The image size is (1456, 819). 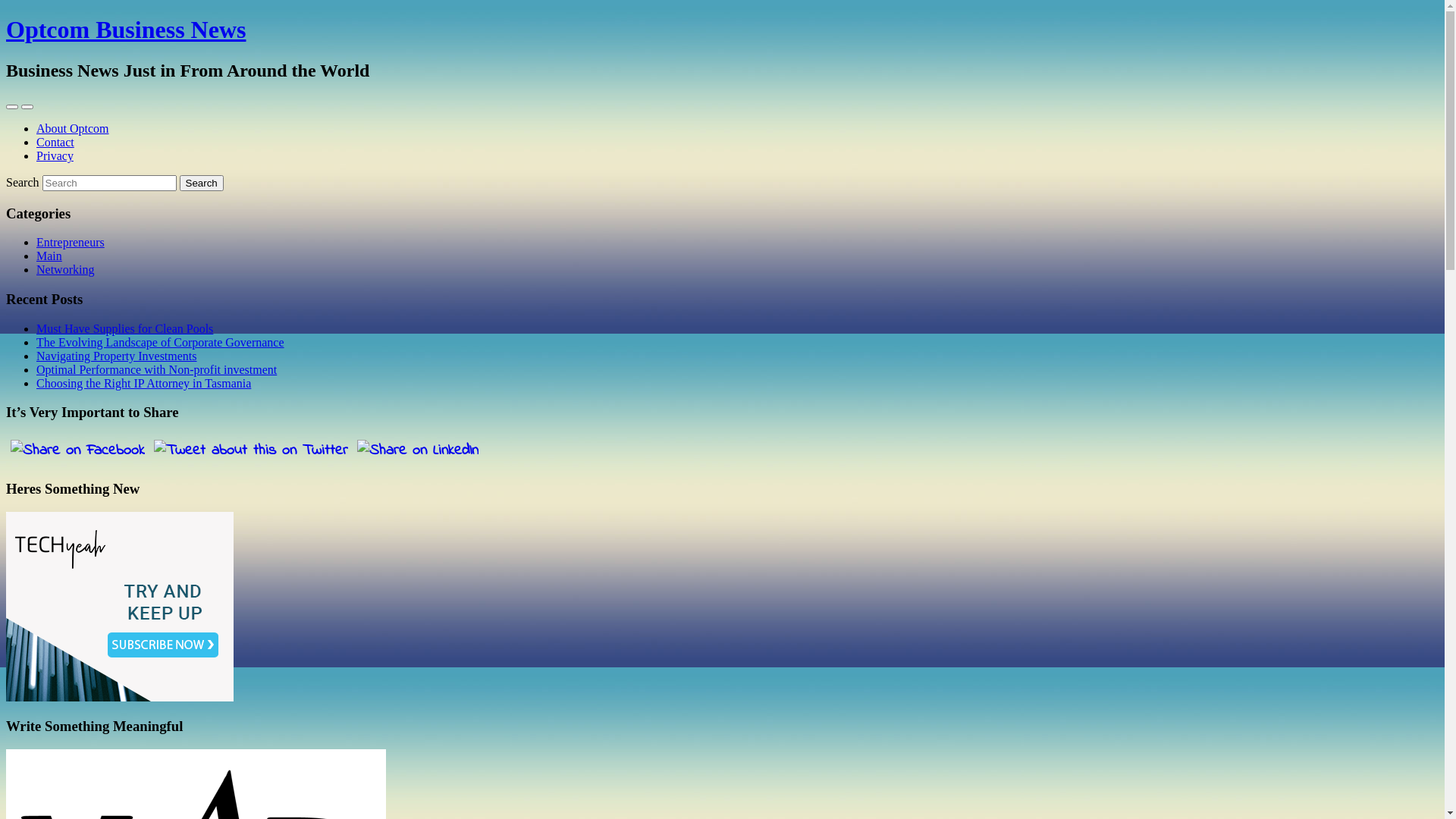 I want to click on 'Main', so click(x=49, y=255).